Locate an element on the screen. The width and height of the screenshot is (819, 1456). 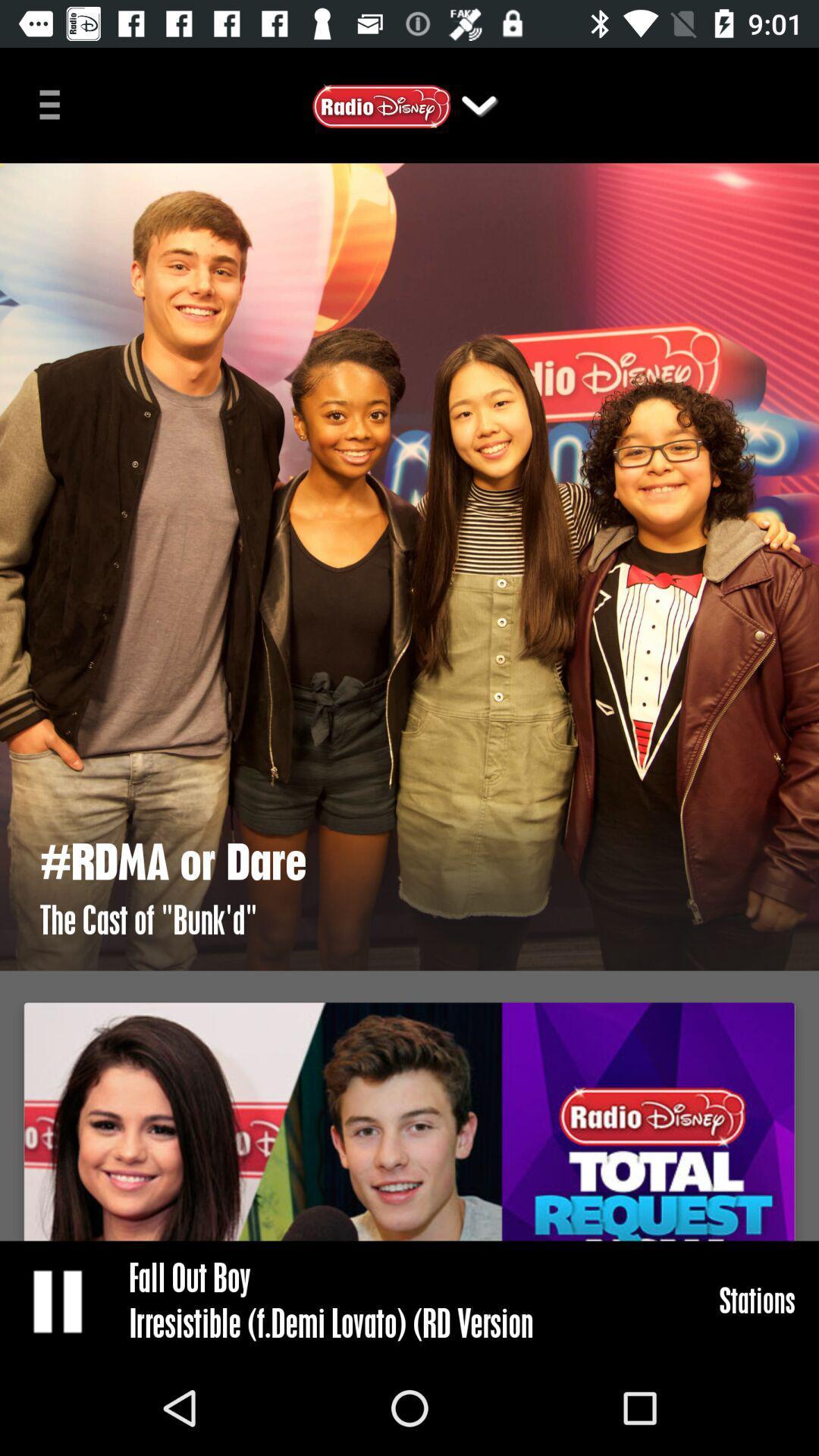
the icon next to fall out boy icon is located at coordinates (757, 1299).